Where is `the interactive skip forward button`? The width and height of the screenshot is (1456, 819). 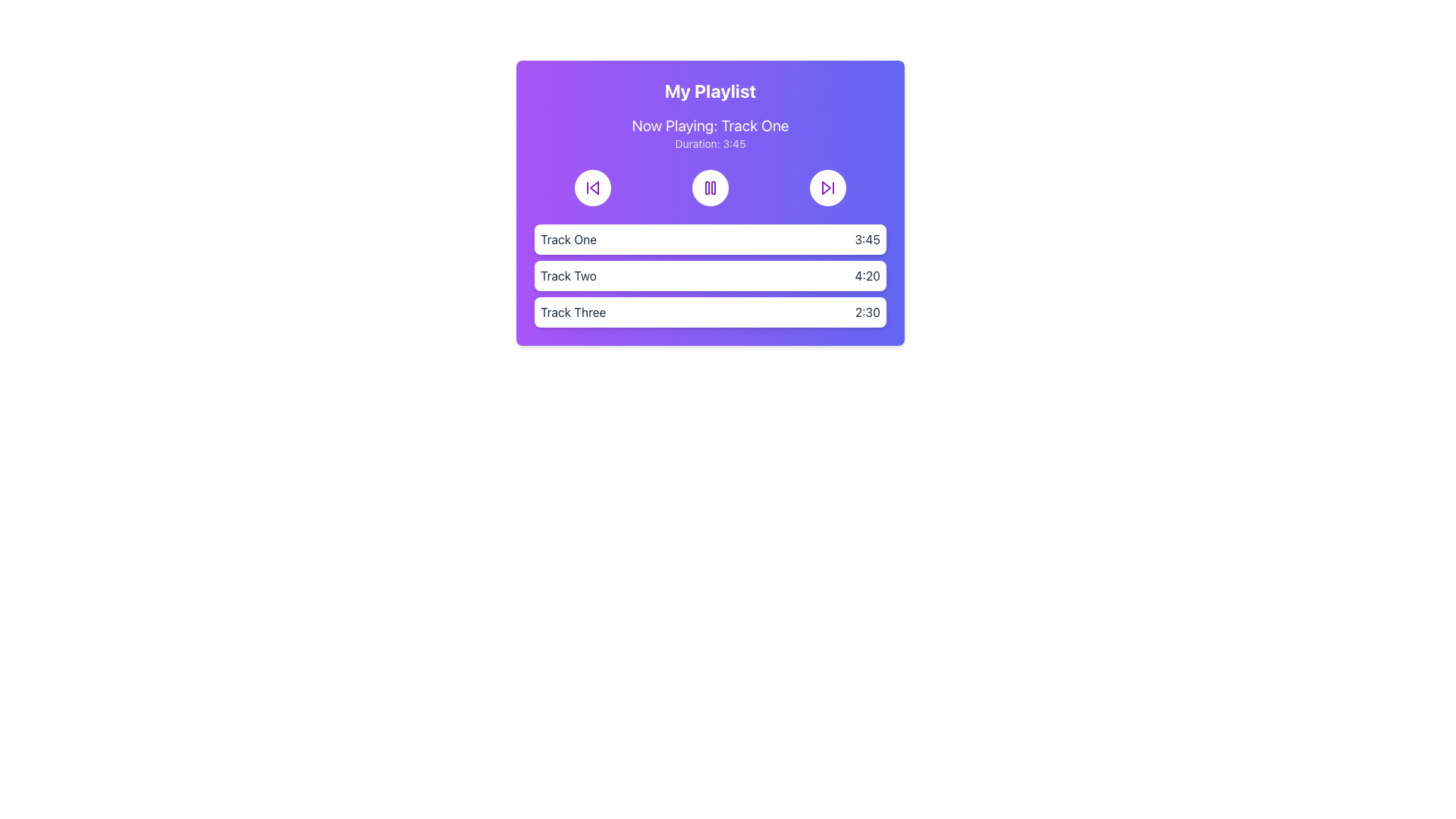 the interactive skip forward button is located at coordinates (827, 187).